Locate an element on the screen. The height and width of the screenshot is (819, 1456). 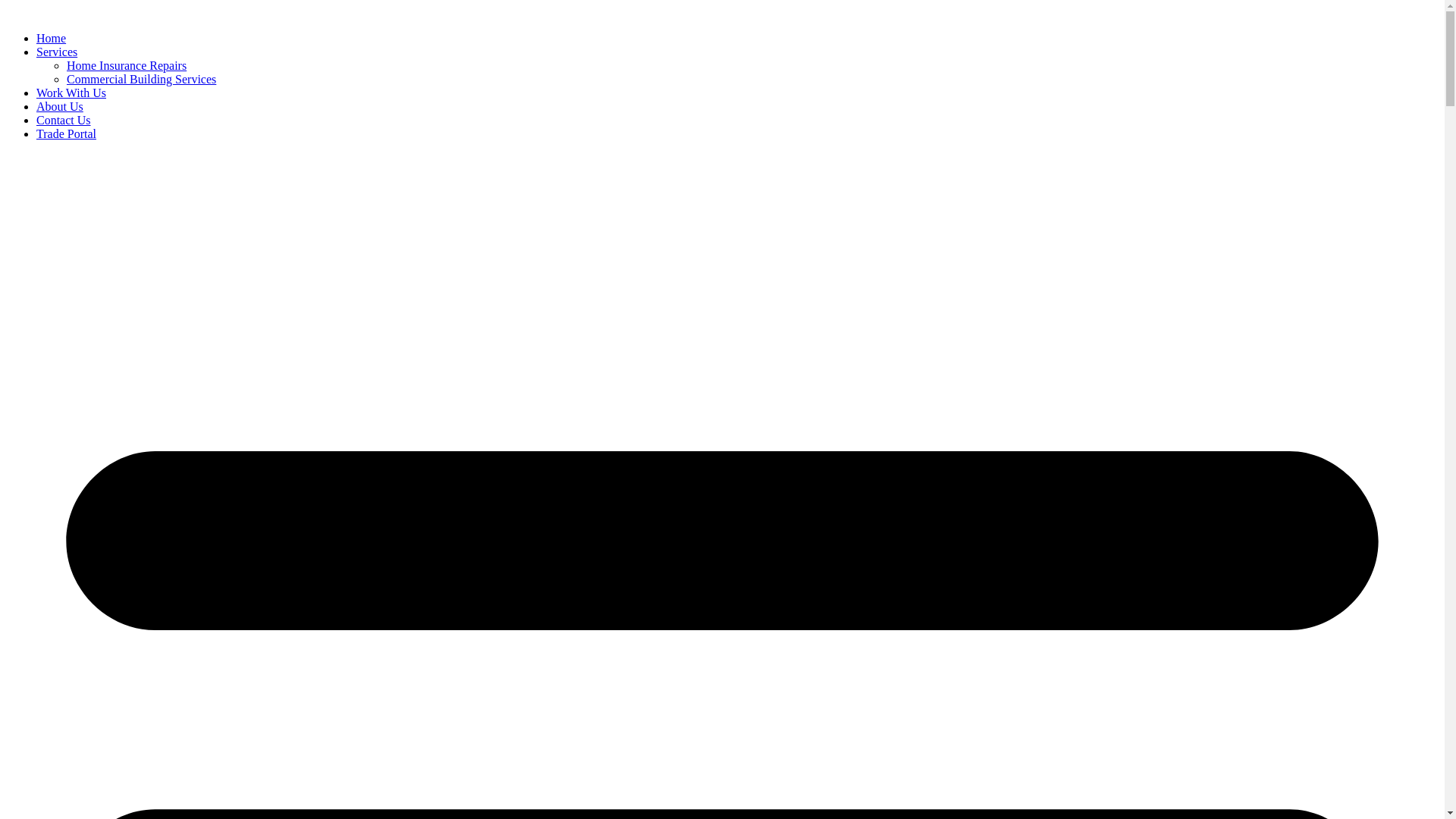
'Contact Us' is located at coordinates (62, 119).